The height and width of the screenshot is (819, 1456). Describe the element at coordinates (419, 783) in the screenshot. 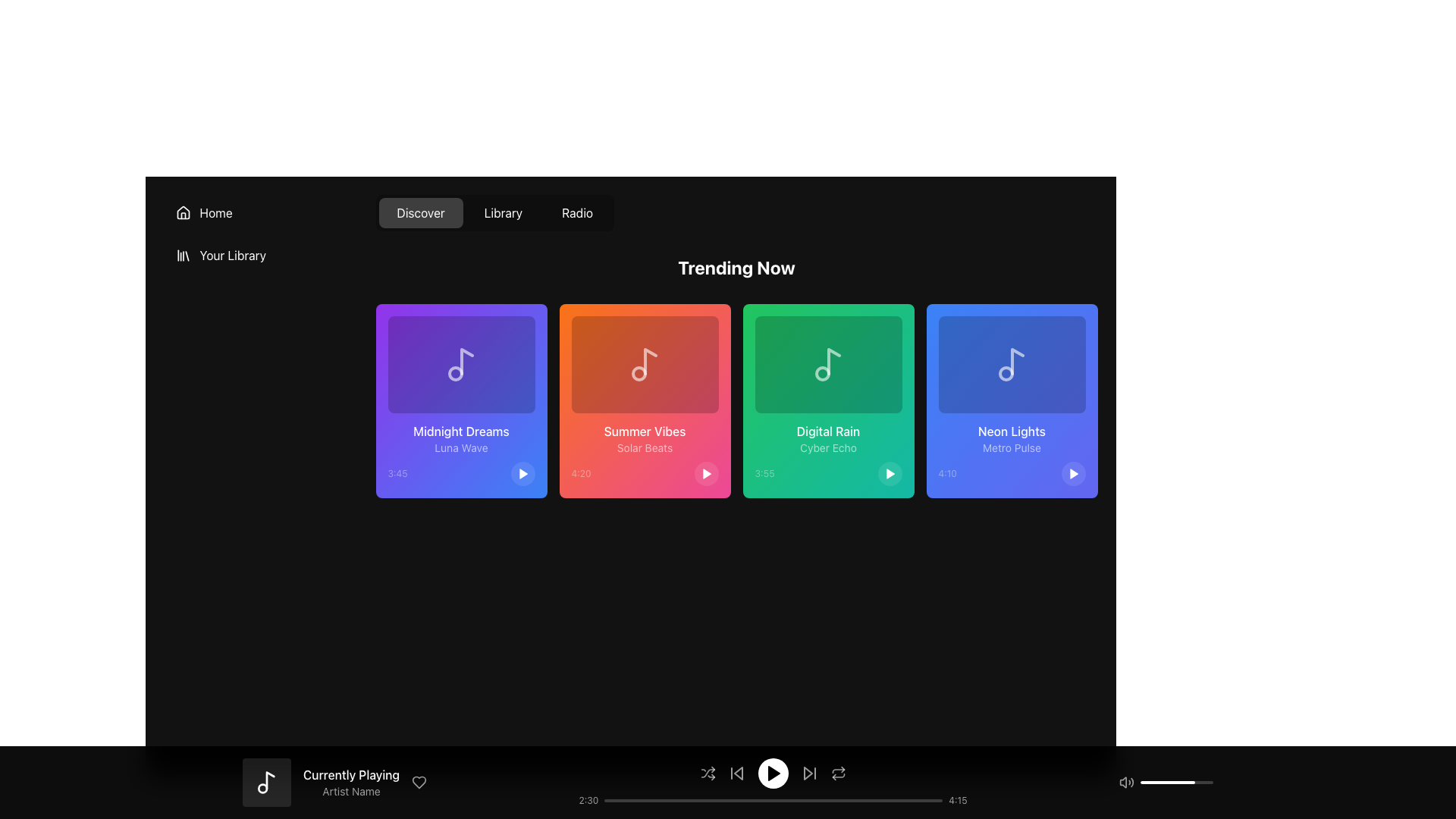

I see `the interactive 'like' or 'favorite' button located in the bottom bar, to the right of 'Currently Playing' and 'Artist Name', to like or unlike the currently playing item` at that location.